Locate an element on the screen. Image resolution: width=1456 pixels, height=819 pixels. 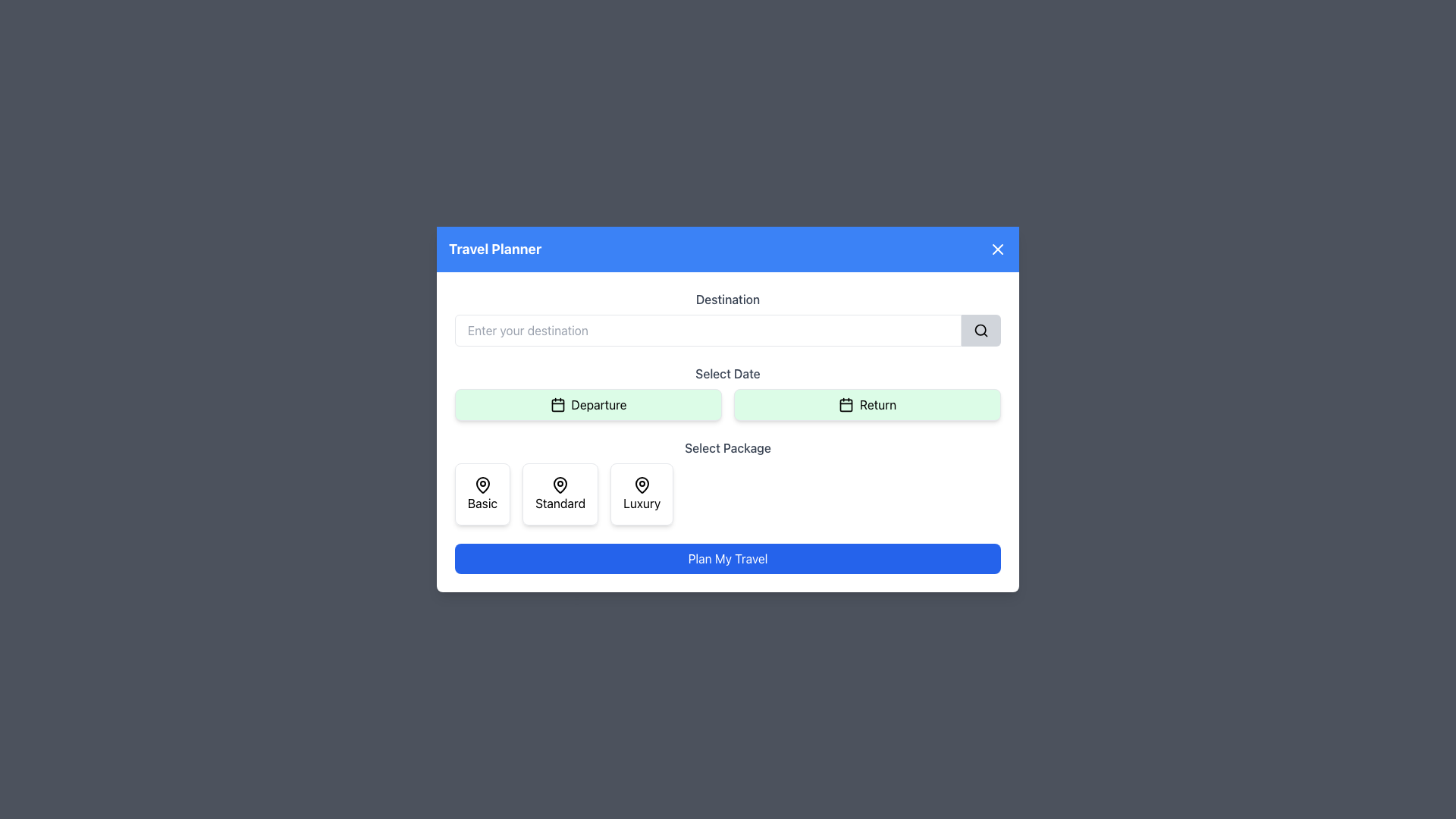
the leftmost Button-like card labeled 'Basic' in the 'Select Package' section is located at coordinates (482, 494).